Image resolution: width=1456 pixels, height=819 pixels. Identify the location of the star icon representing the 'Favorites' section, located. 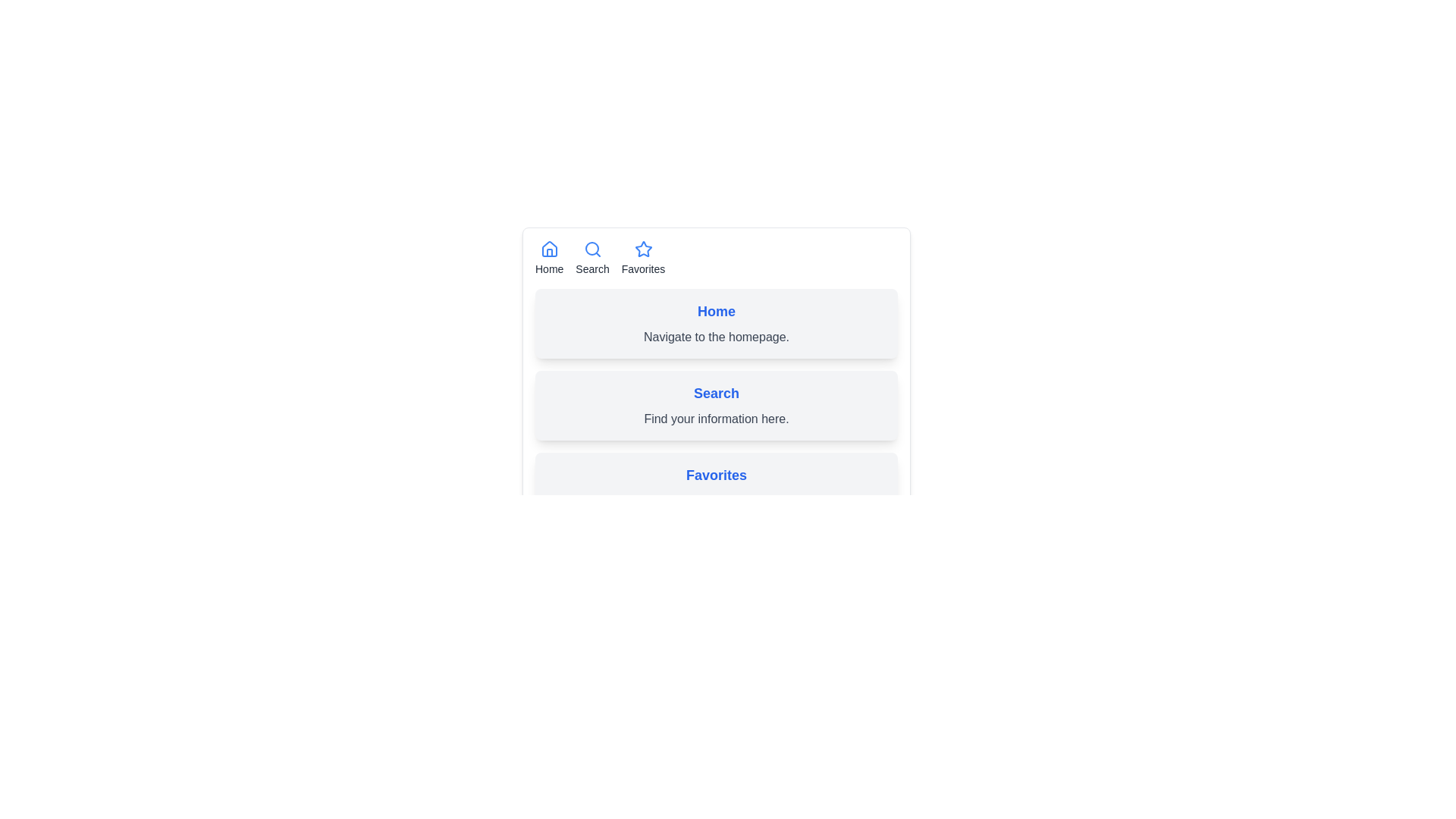
(643, 248).